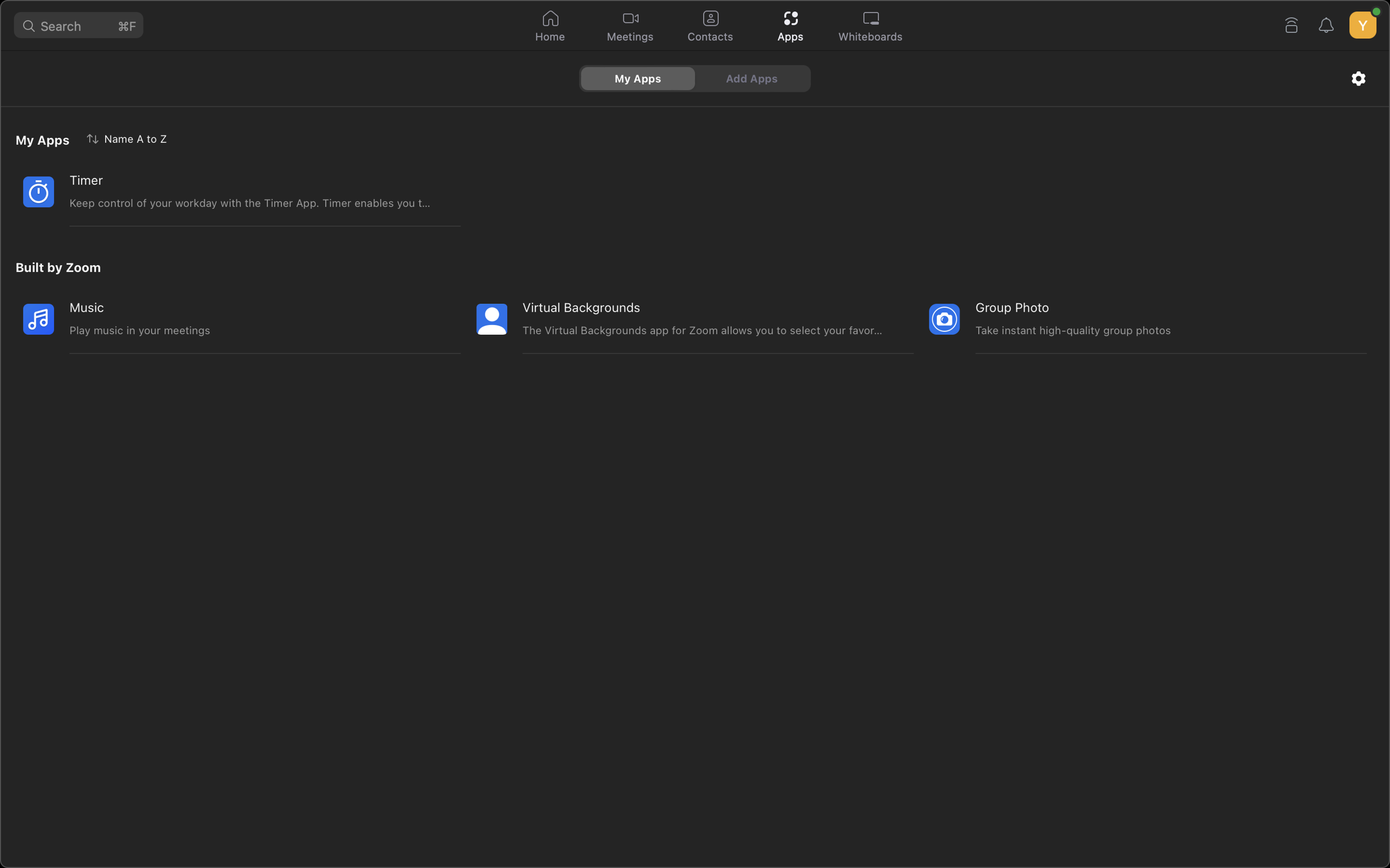 Image resolution: width=1390 pixels, height=868 pixels. Describe the element at coordinates (709, 26) in the screenshot. I see `In the contacts application, perform a search for "Indiana Jones"` at that location.